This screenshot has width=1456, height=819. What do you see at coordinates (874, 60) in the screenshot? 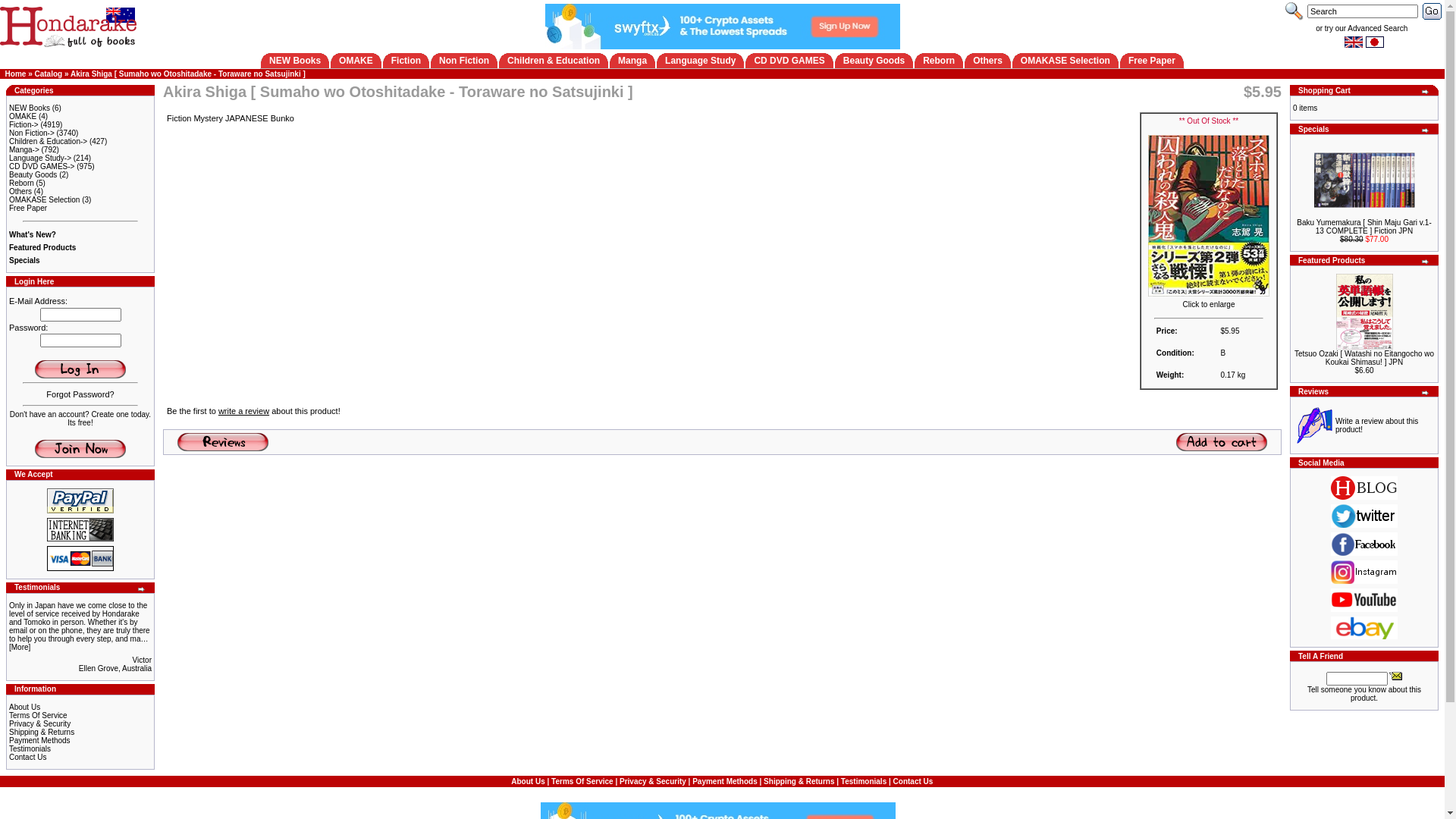
I see `'Beauty Goods'` at bounding box center [874, 60].